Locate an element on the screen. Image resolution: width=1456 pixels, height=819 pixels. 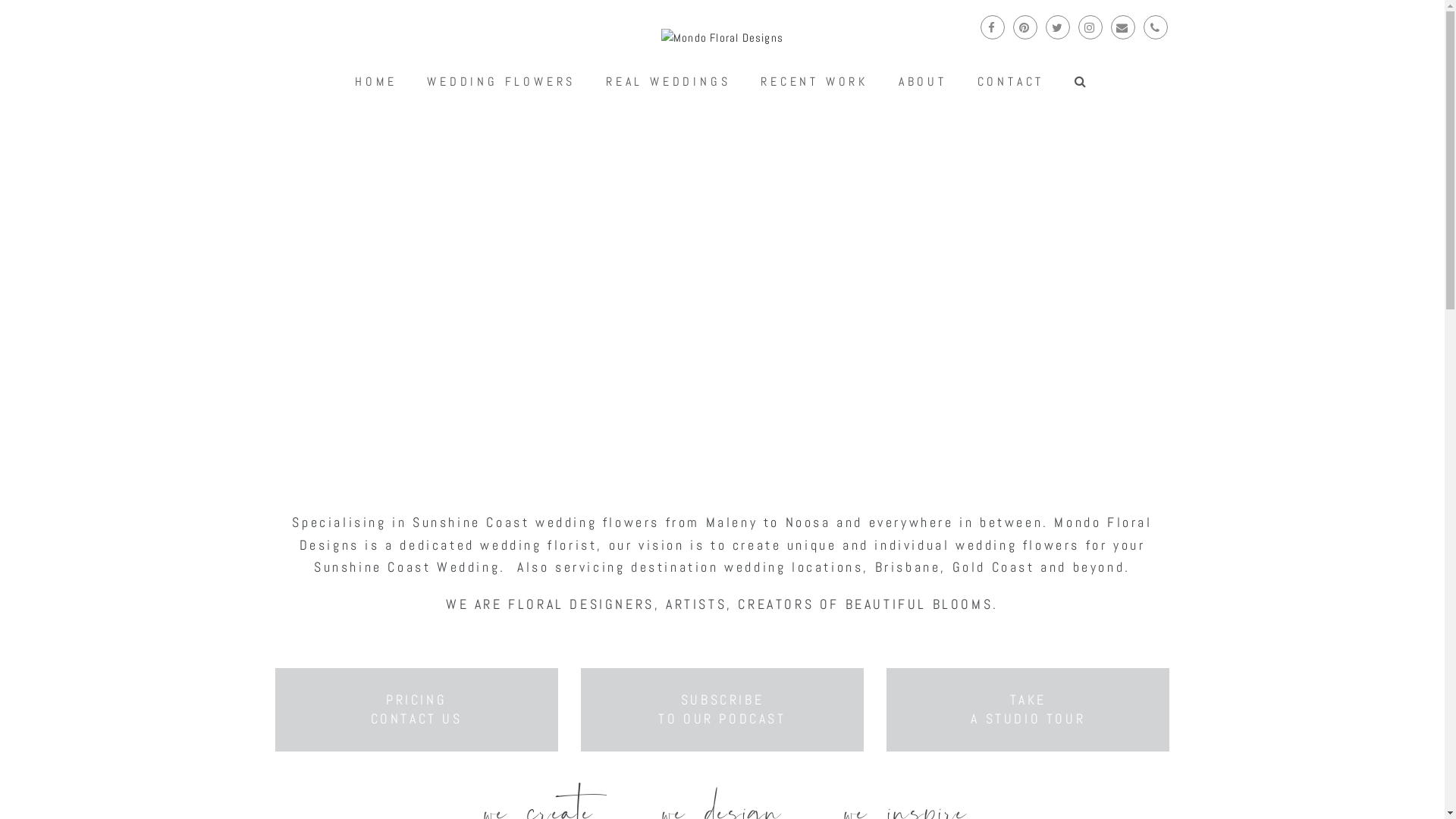
'Instagram' is located at coordinates (1090, 27).